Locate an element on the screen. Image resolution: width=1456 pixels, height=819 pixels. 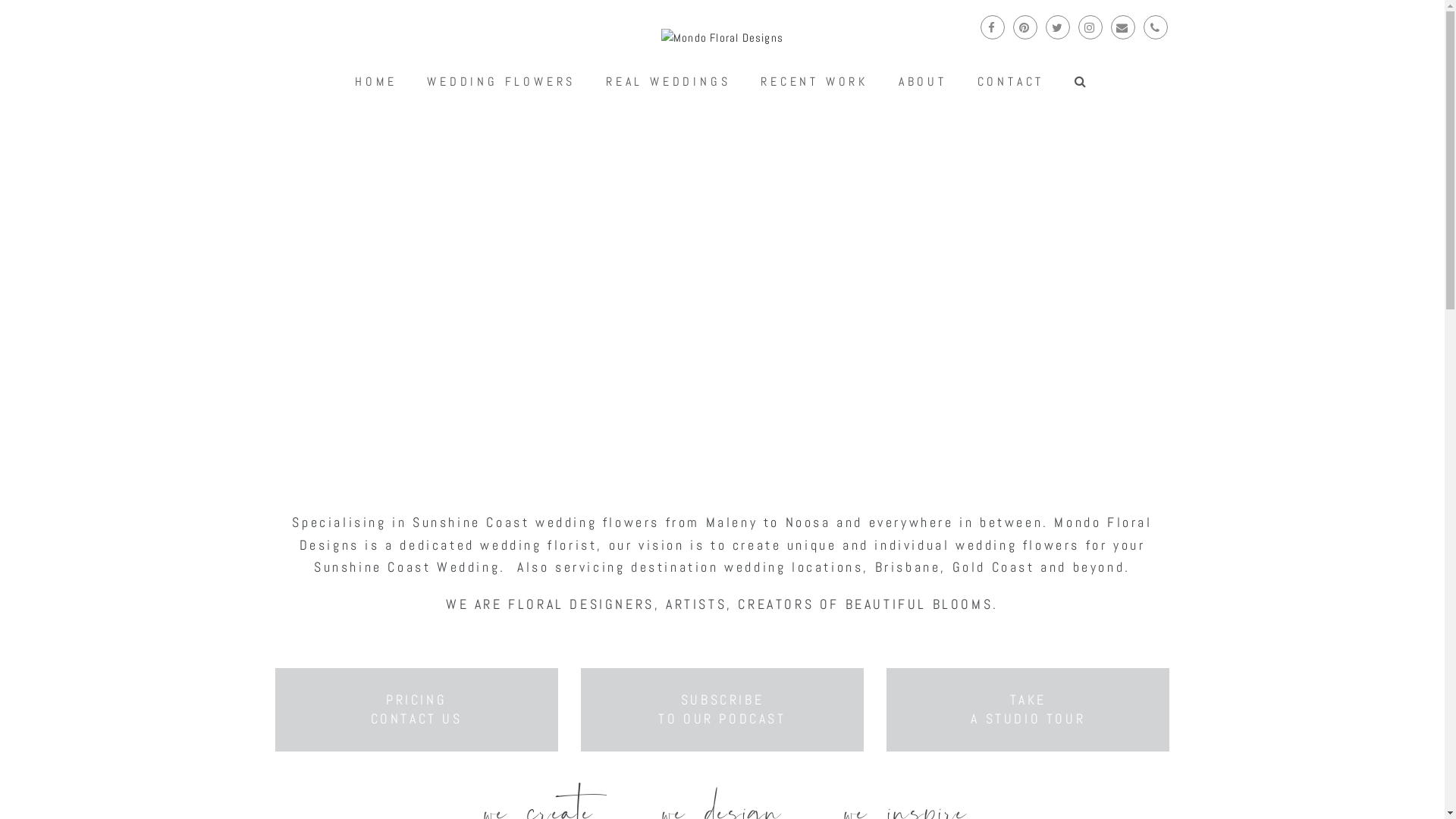
'Instagram' is located at coordinates (1090, 27).